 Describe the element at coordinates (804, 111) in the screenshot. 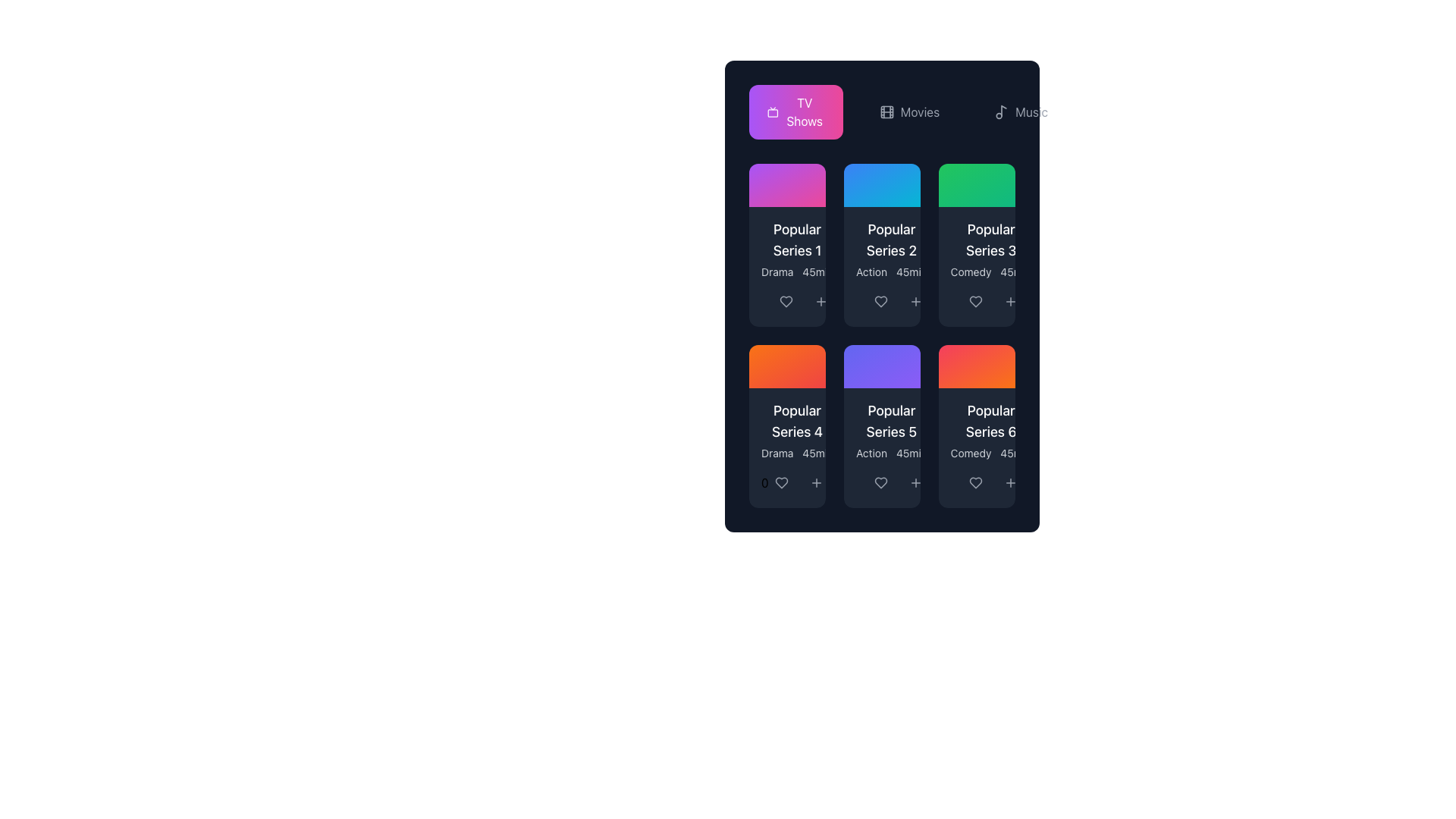

I see `the leftmost button in the horizontal navigation area` at that location.